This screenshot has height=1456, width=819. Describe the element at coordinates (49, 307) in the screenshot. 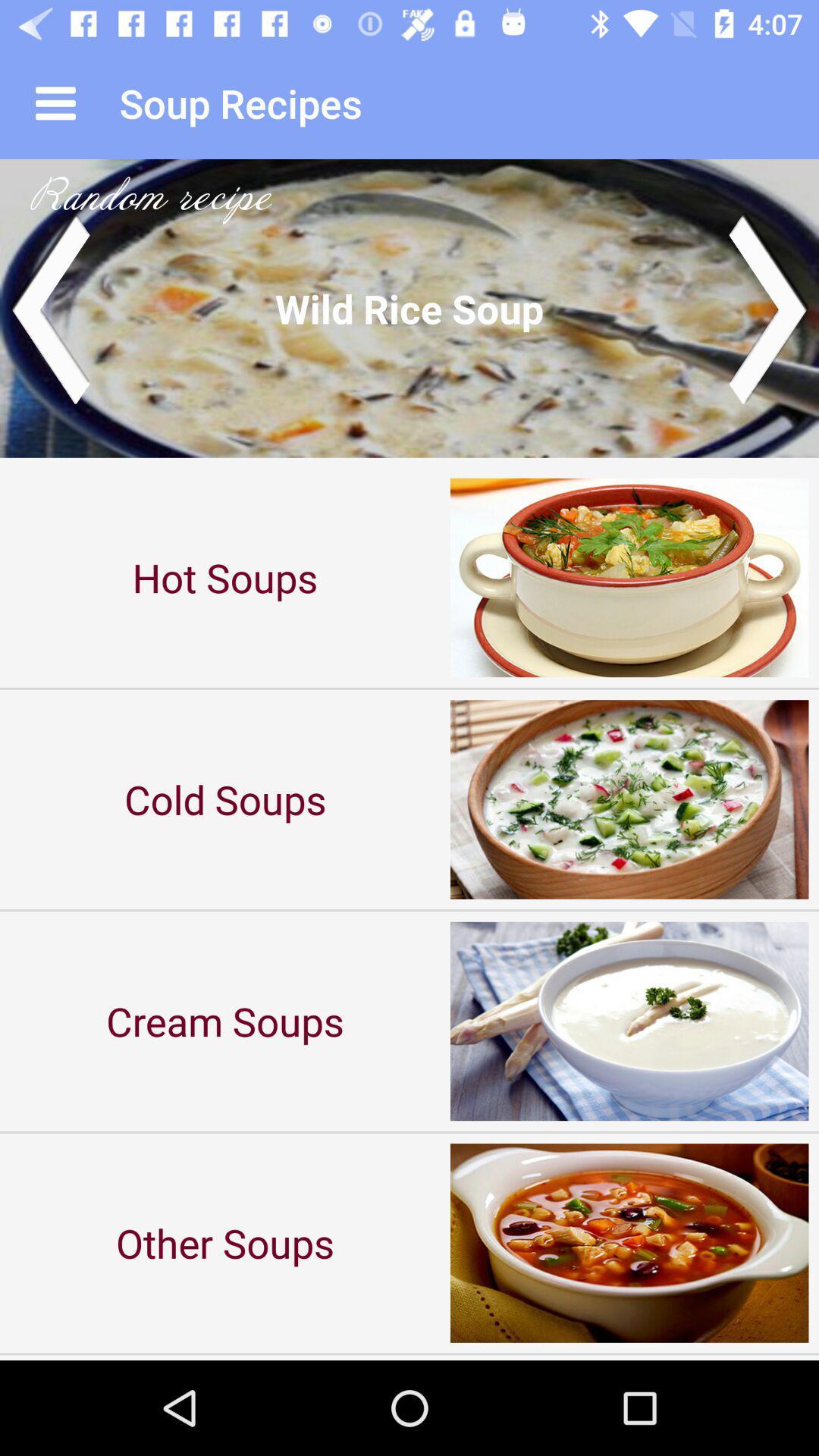

I see `previous image` at that location.